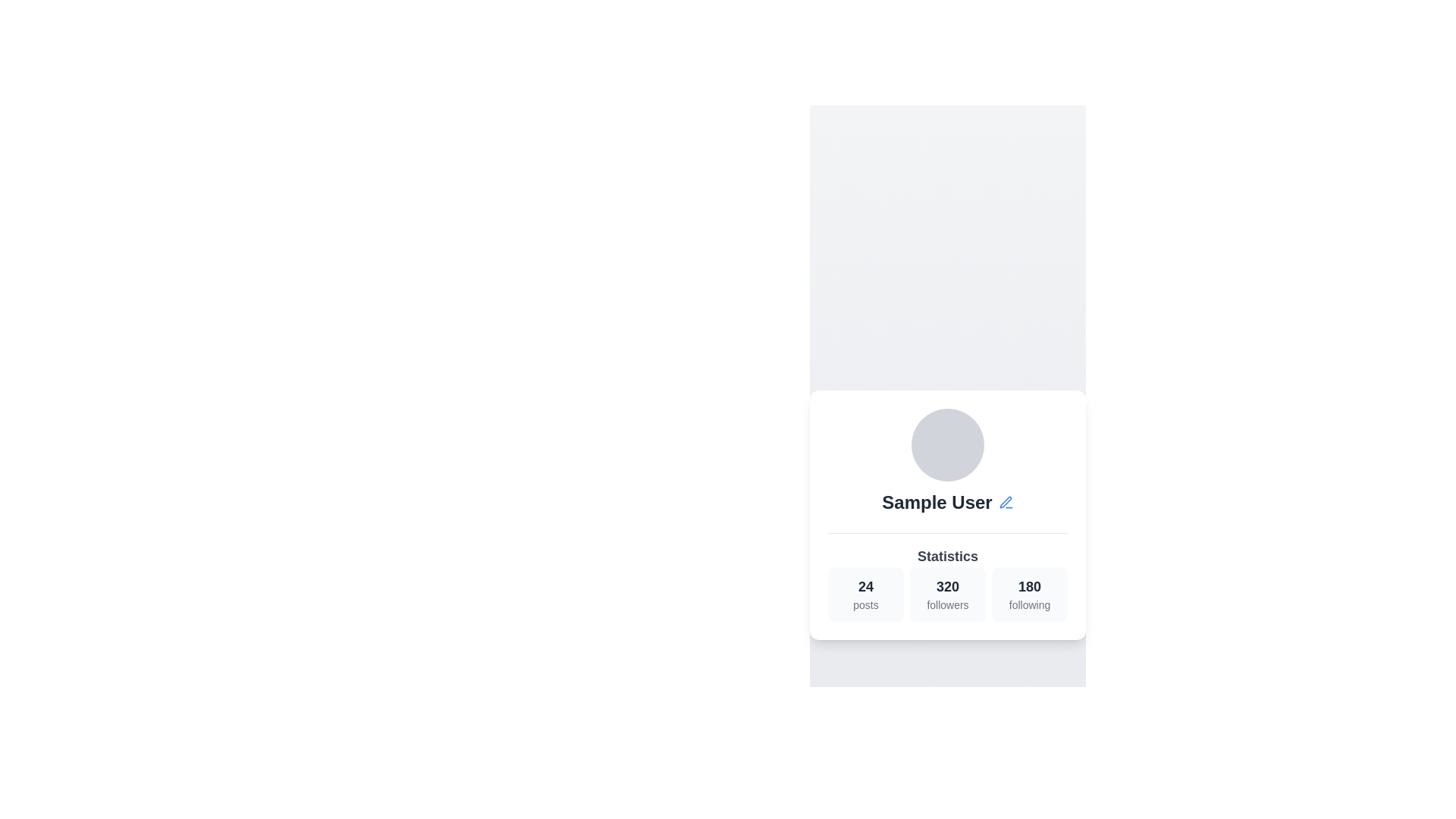  Describe the element at coordinates (946, 555) in the screenshot. I see `the static text element labeled 'Statistics', which serves as a header for the statistical summary section` at that location.